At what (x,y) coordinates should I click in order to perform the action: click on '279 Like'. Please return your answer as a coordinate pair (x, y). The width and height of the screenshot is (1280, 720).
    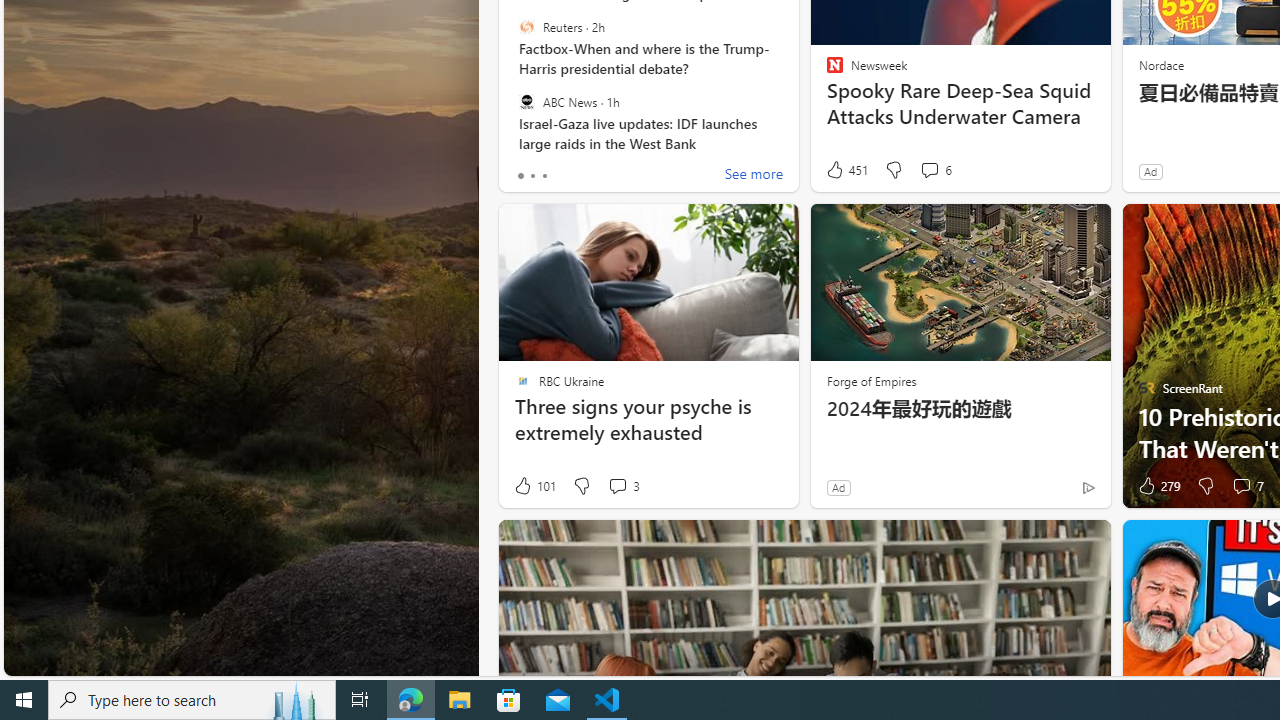
    Looking at the image, I should click on (1157, 486).